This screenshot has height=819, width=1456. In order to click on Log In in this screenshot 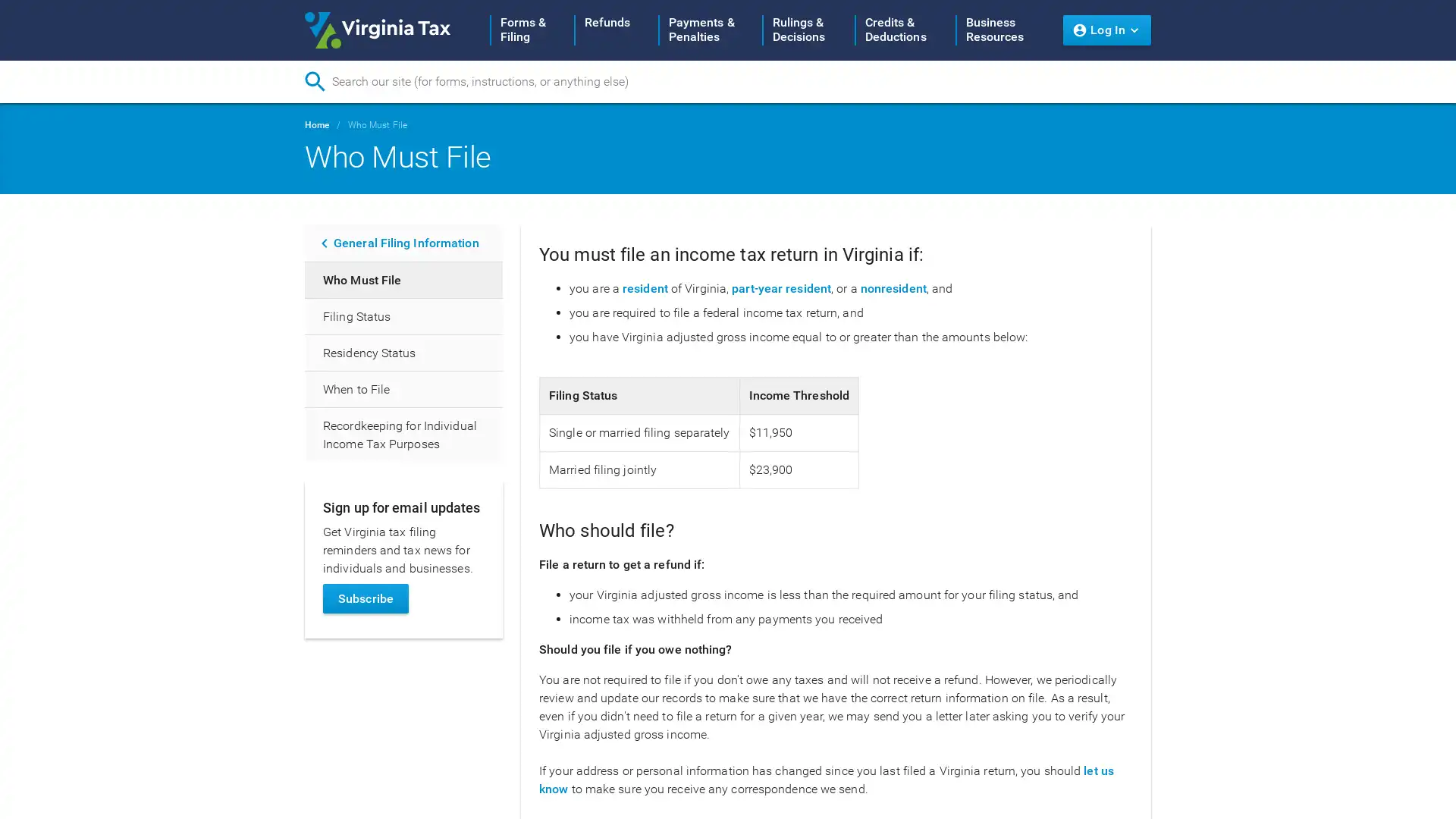, I will do `click(1106, 30)`.